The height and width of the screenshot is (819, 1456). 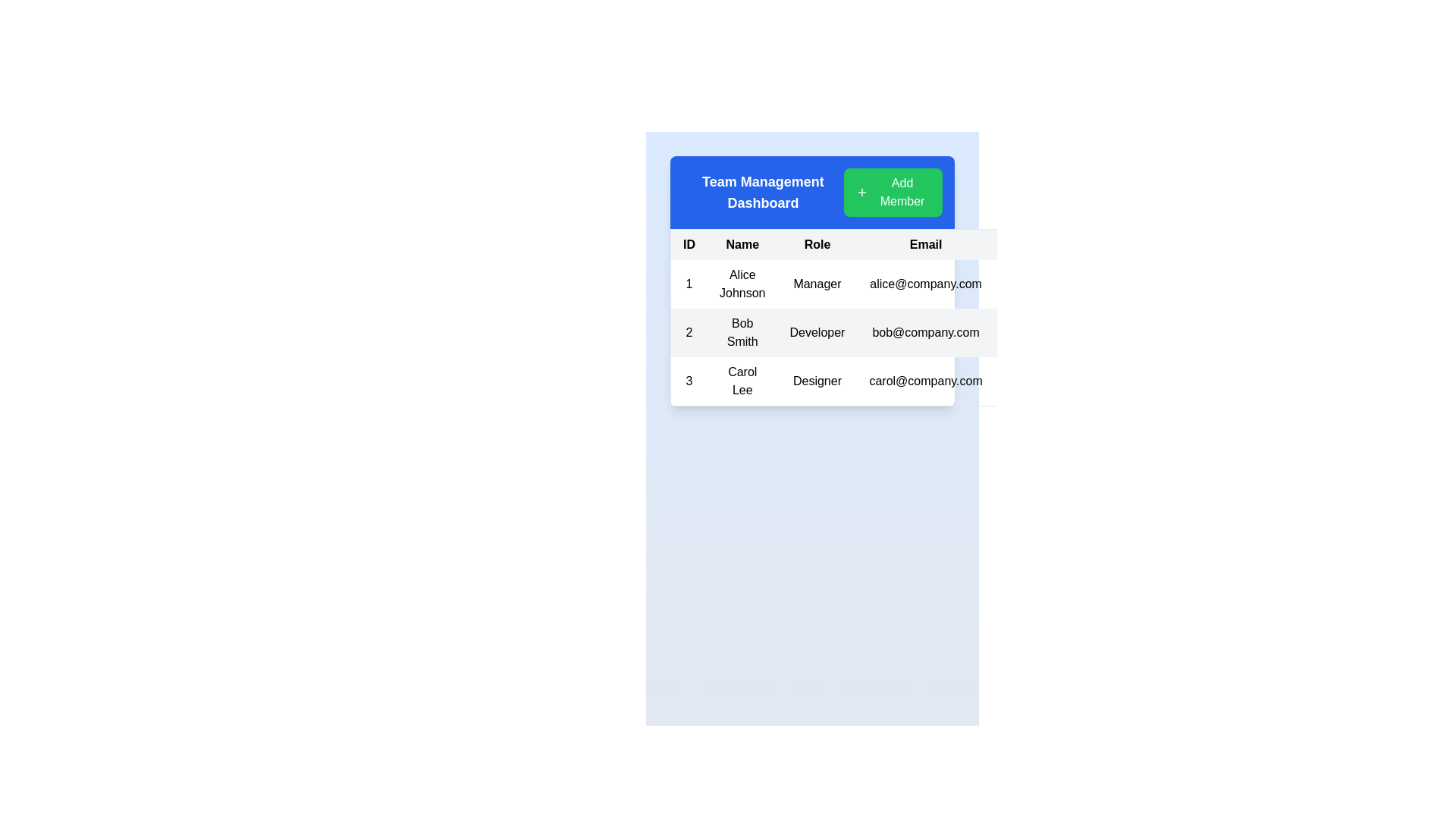 I want to click on the text displaying the role 'Developer' for the user Bob Smith located under the 'Role' column in the second row of the table, so click(x=816, y=332).